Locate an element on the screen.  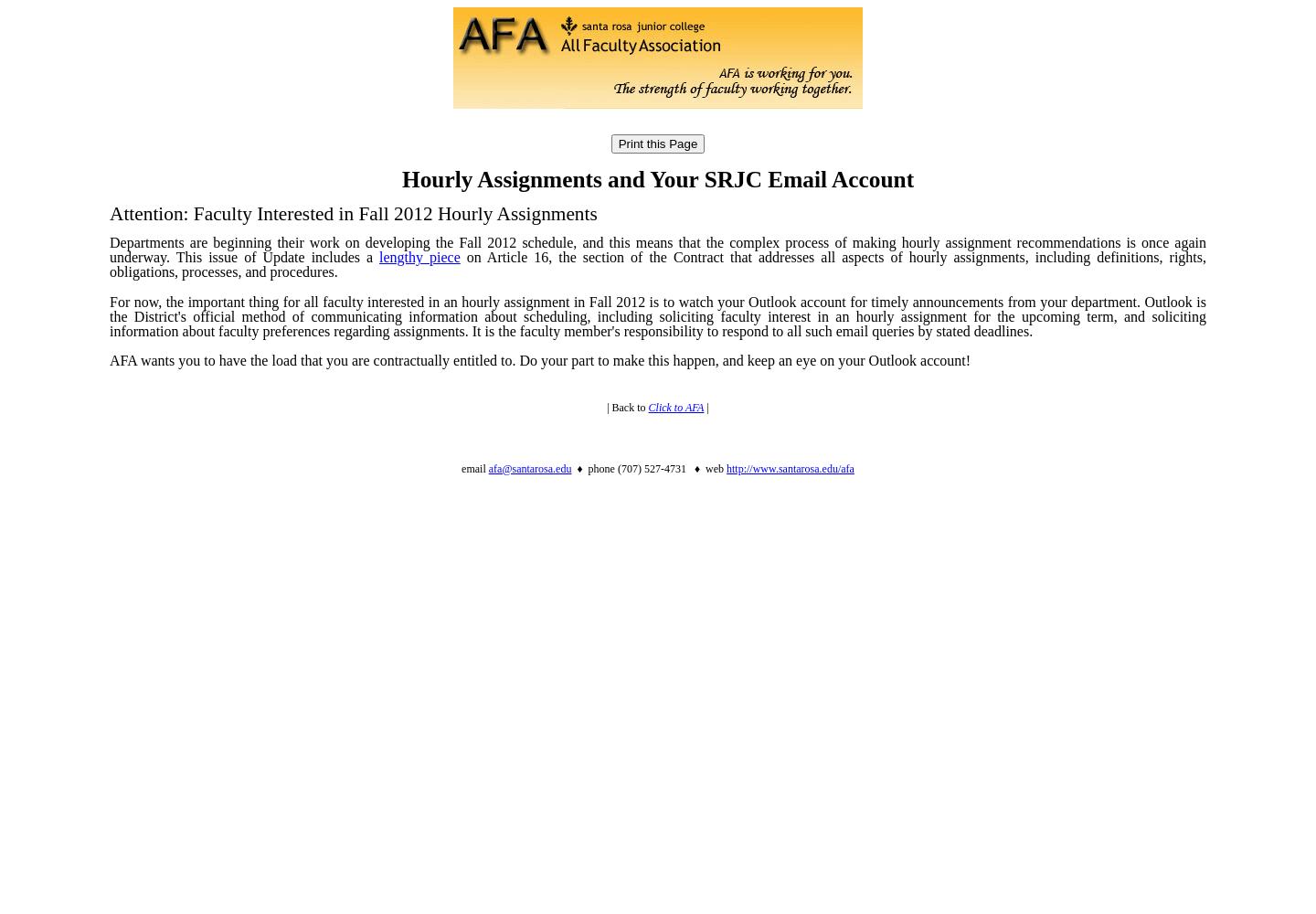
'http://www.santarosa.edu/afa' is located at coordinates (789, 468).